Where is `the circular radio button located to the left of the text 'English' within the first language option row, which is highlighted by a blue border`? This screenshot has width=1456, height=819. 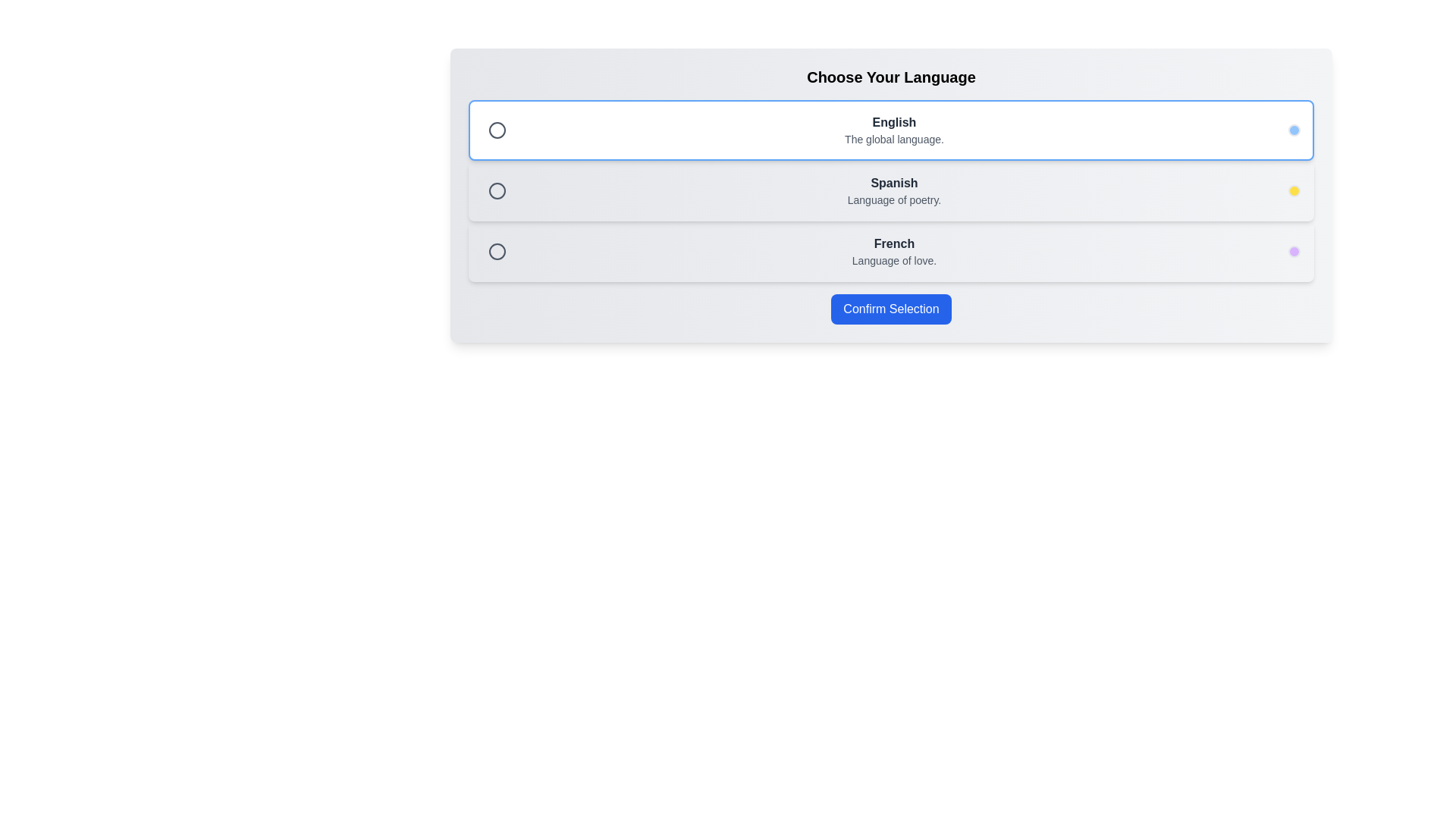
the circular radio button located to the left of the text 'English' within the first language option row, which is highlighted by a blue border is located at coordinates (497, 130).